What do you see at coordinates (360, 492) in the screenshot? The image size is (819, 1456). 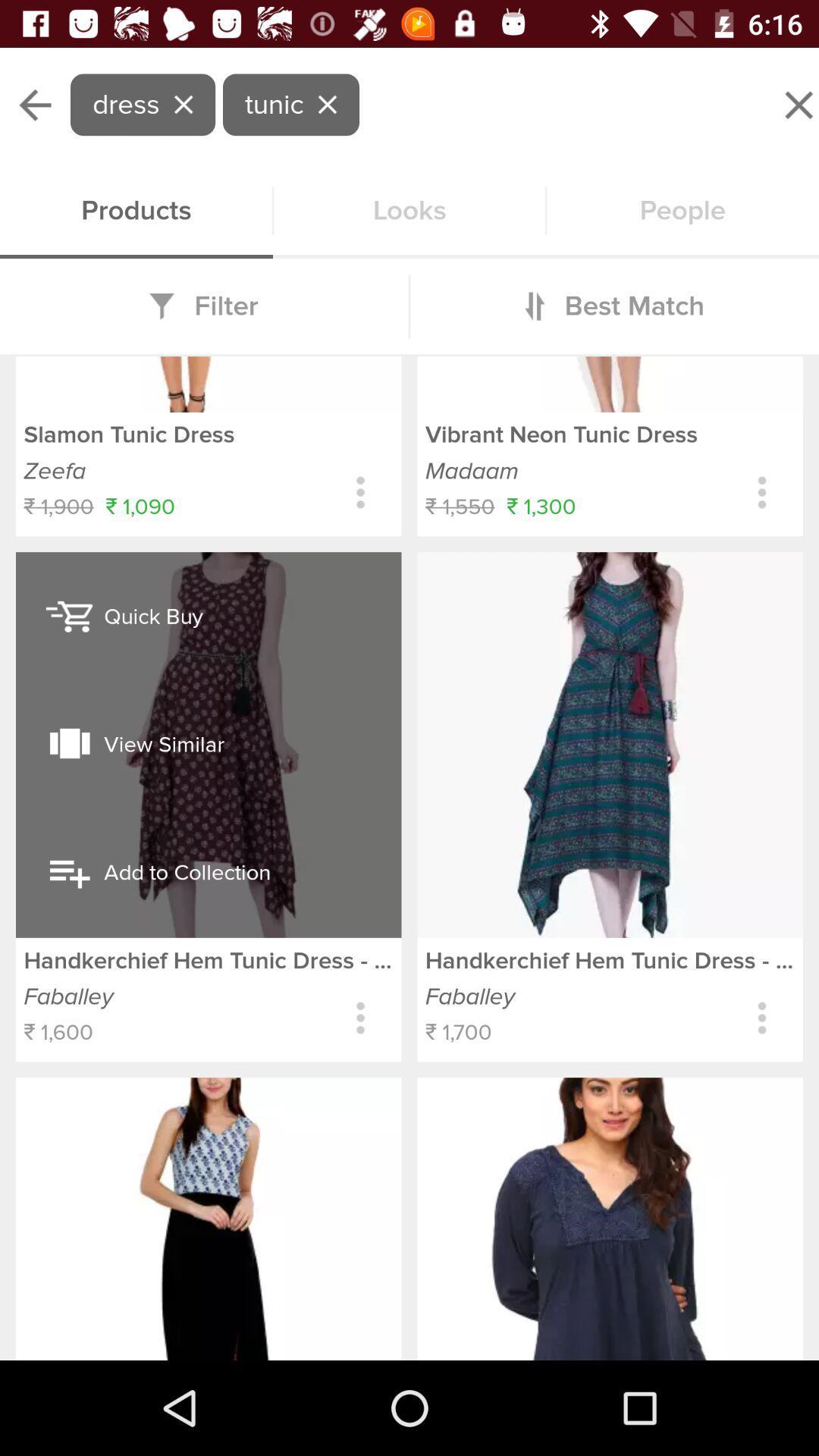 I see `get more options` at bounding box center [360, 492].